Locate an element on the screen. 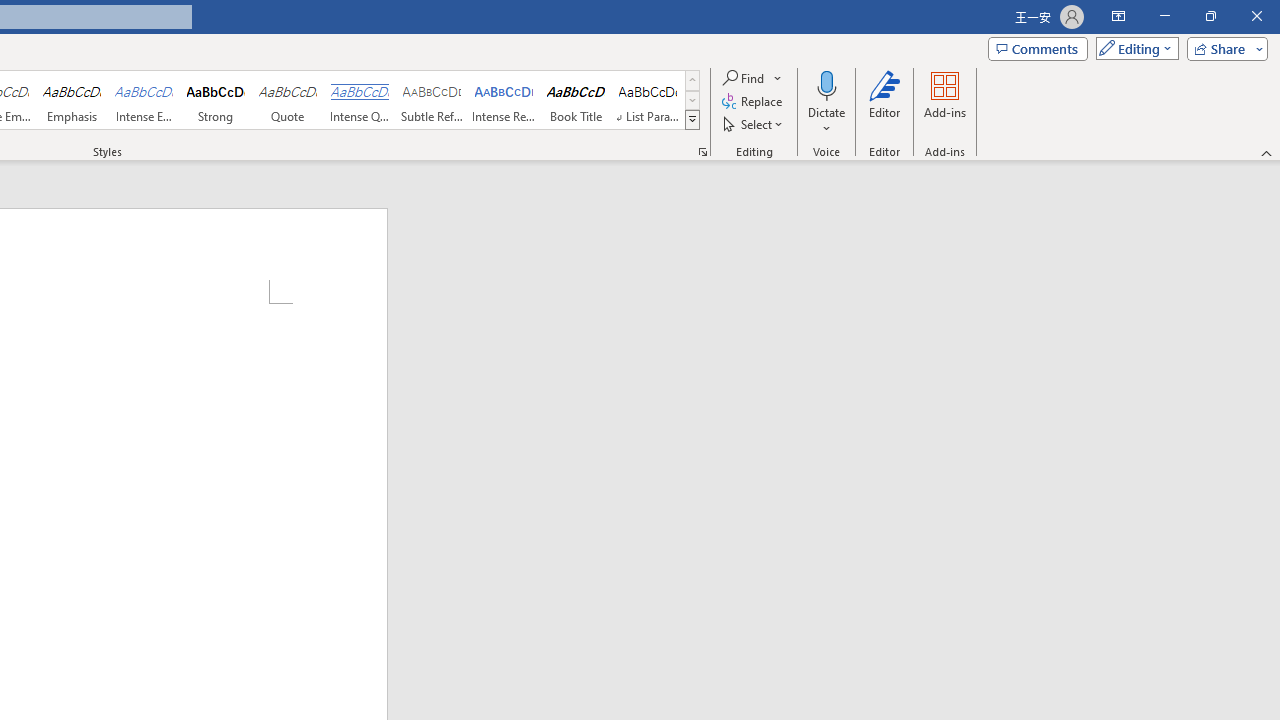 The width and height of the screenshot is (1280, 720). 'Emphasis' is located at coordinates (71, 100).